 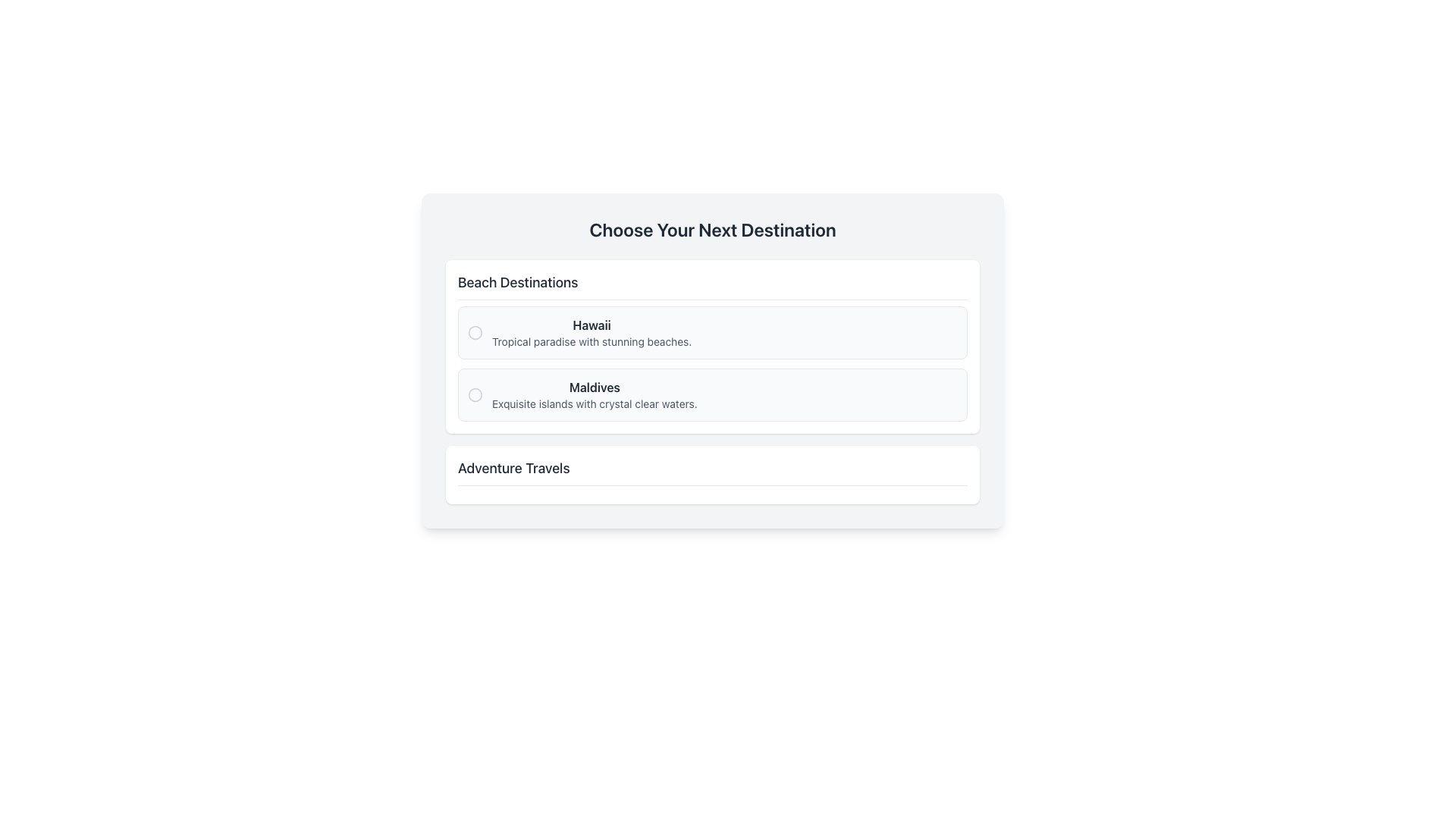 I want to click on the first radio button in the 'Beach Destinations' section, so click(x=475, y=332).